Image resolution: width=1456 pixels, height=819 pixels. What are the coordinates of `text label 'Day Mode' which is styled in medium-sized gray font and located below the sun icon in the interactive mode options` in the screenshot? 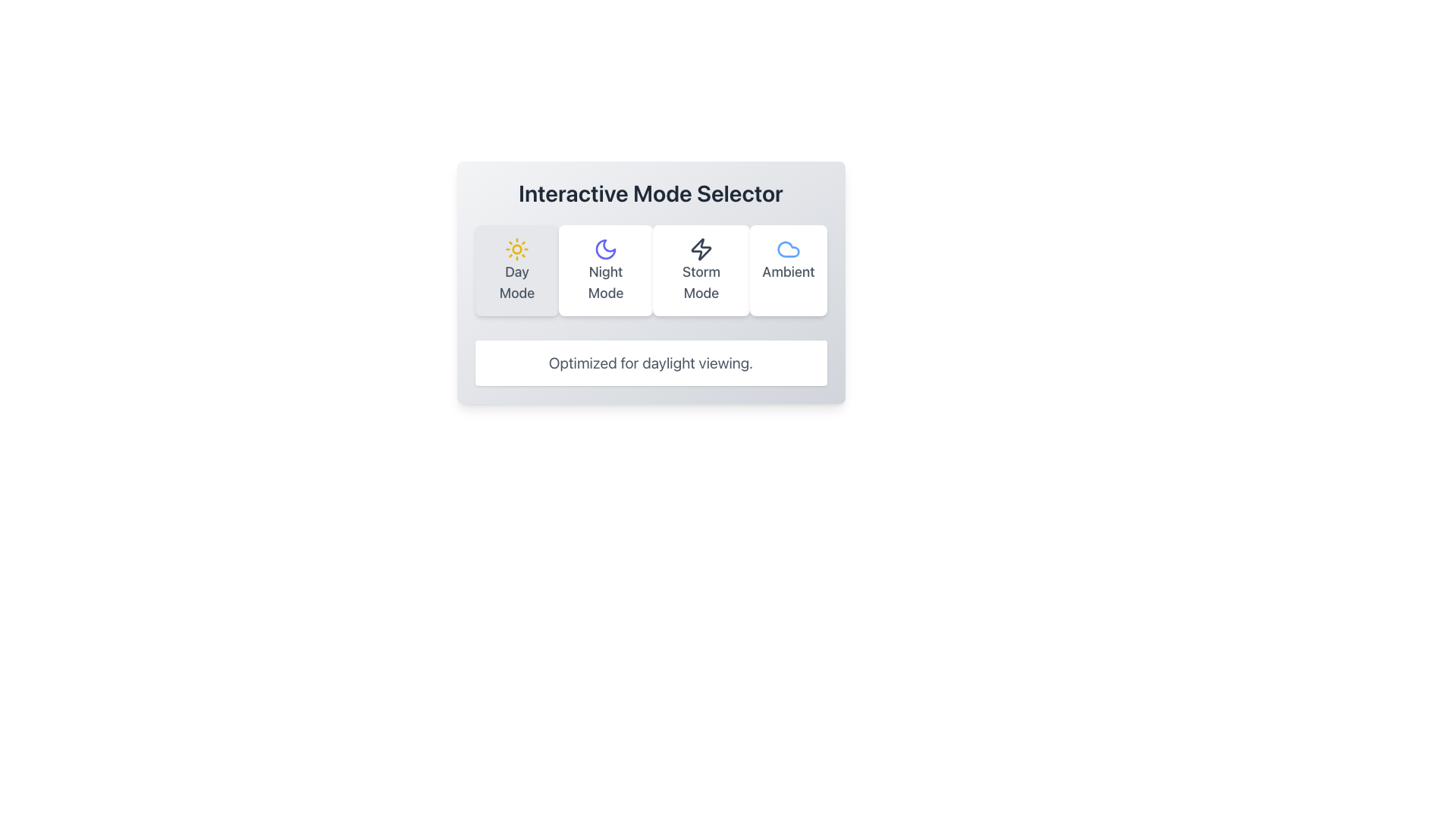 It's located at (516, 283).